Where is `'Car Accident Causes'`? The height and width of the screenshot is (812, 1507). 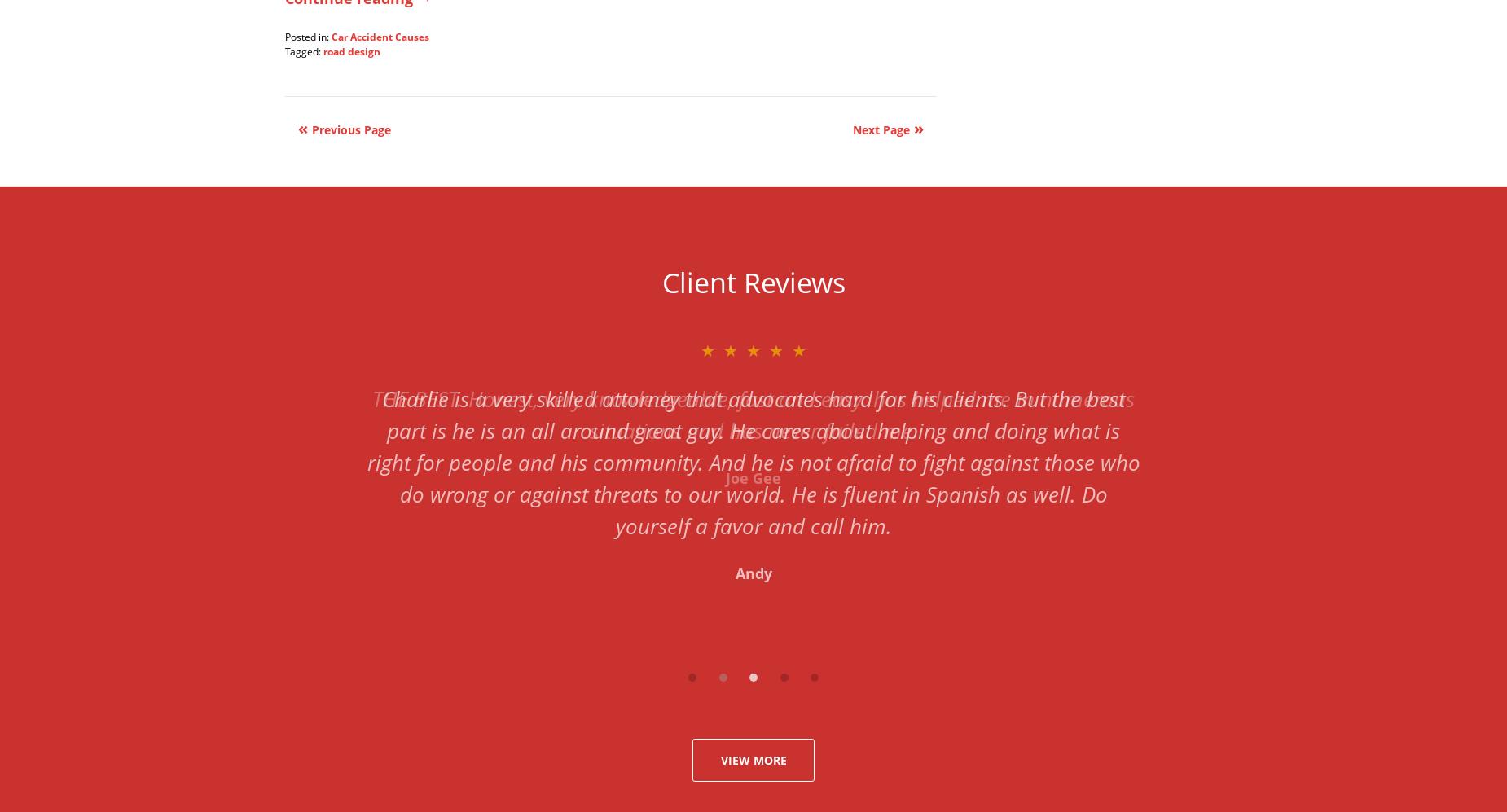
'Car Accident Causes' is located at coordinates (380, 36).